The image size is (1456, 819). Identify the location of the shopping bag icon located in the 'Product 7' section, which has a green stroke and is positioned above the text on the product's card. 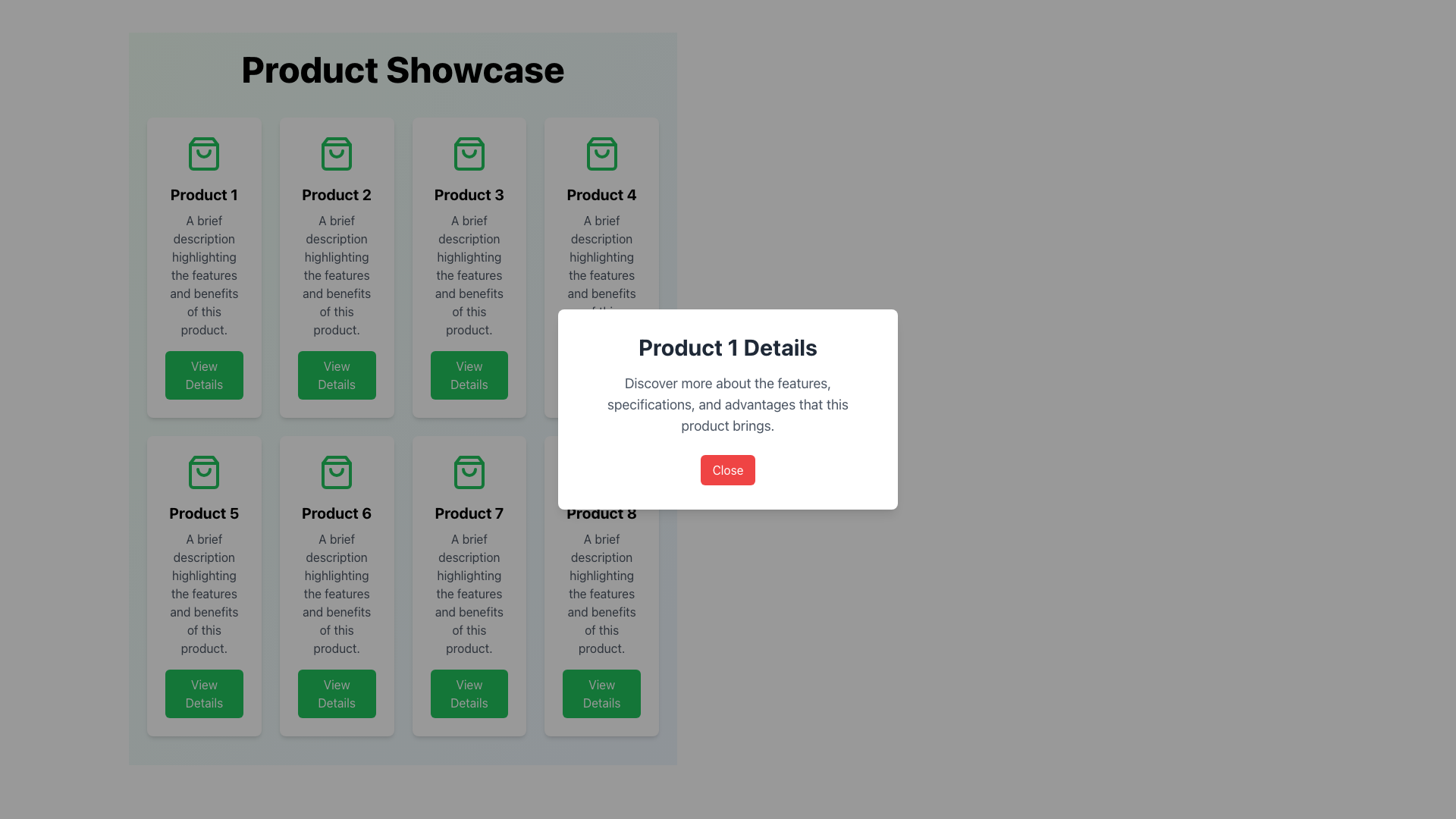
(468, 472).